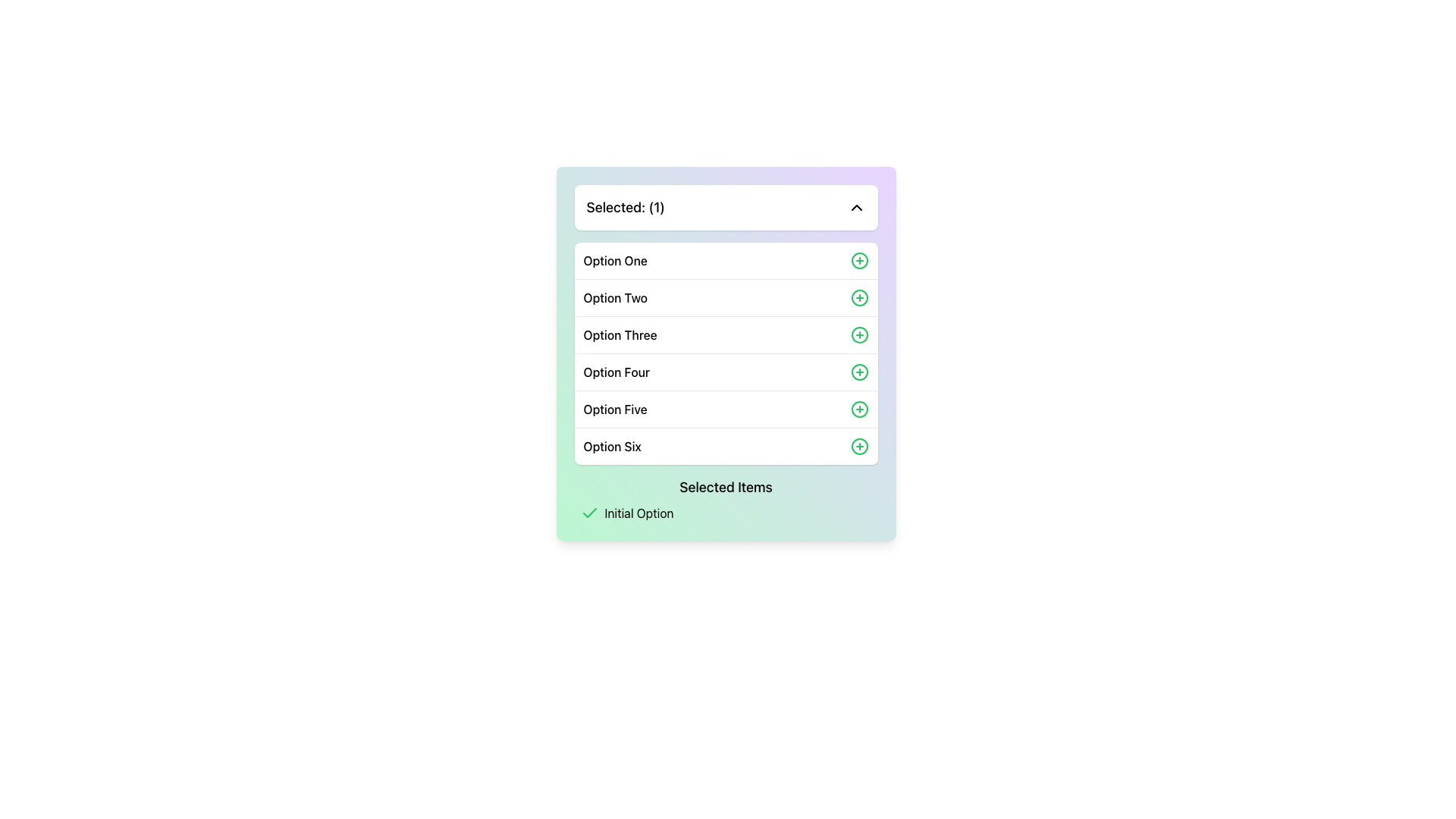  Describe the element at coordinates (859, 334) in the screenshot. I see `the circular icon representing a plus symbol, located to the right of the 'Option Three' text in a vertically stacked list of options` at that location.